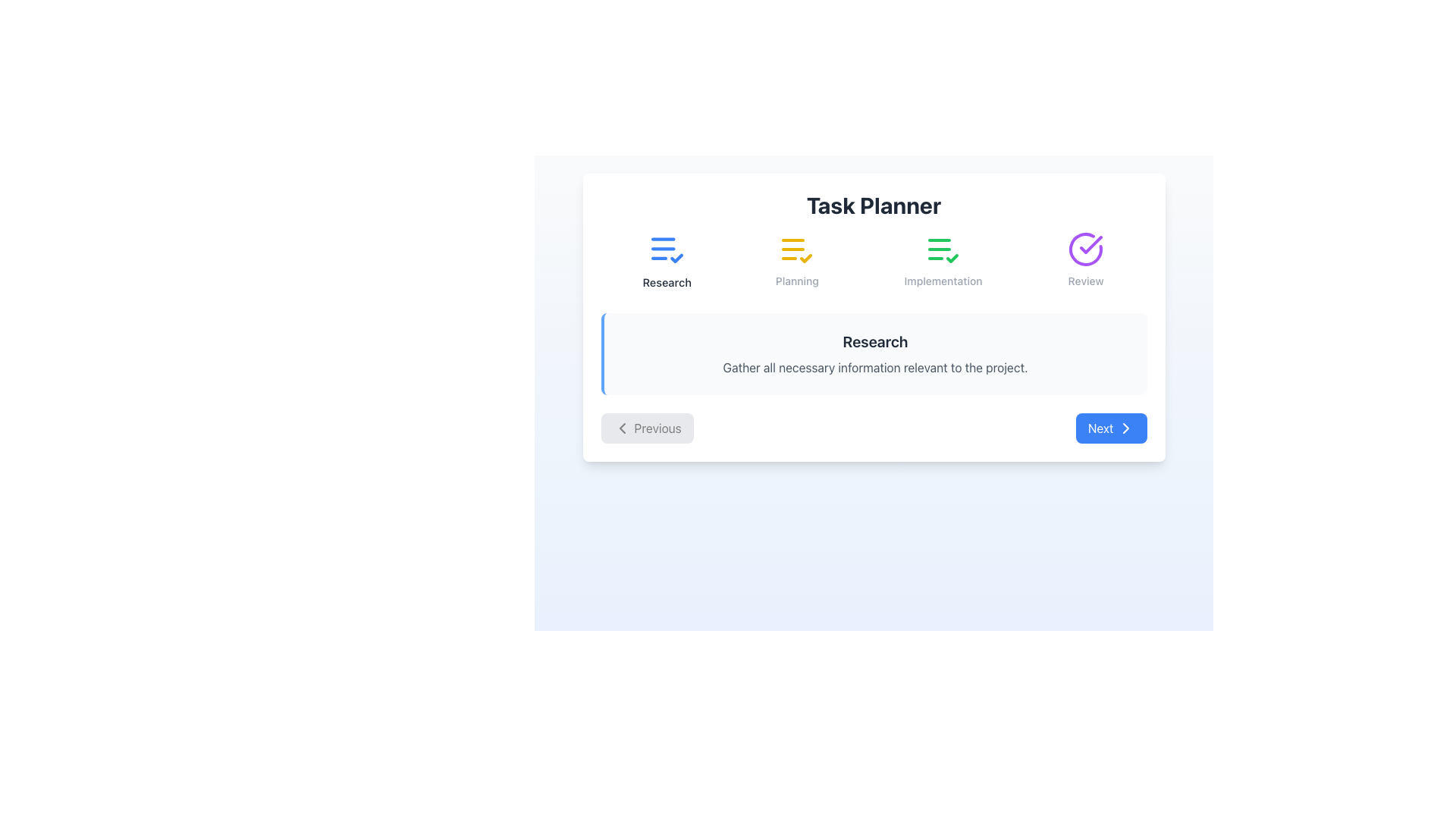 The image size is (1456, 819). What do you see at coordinates (942, 259) in the screenshot?
I see `the static label element titled 'Implementation' which is the third element in a horizontal list of four categories in the workflow` at bounding box center [942, 259].